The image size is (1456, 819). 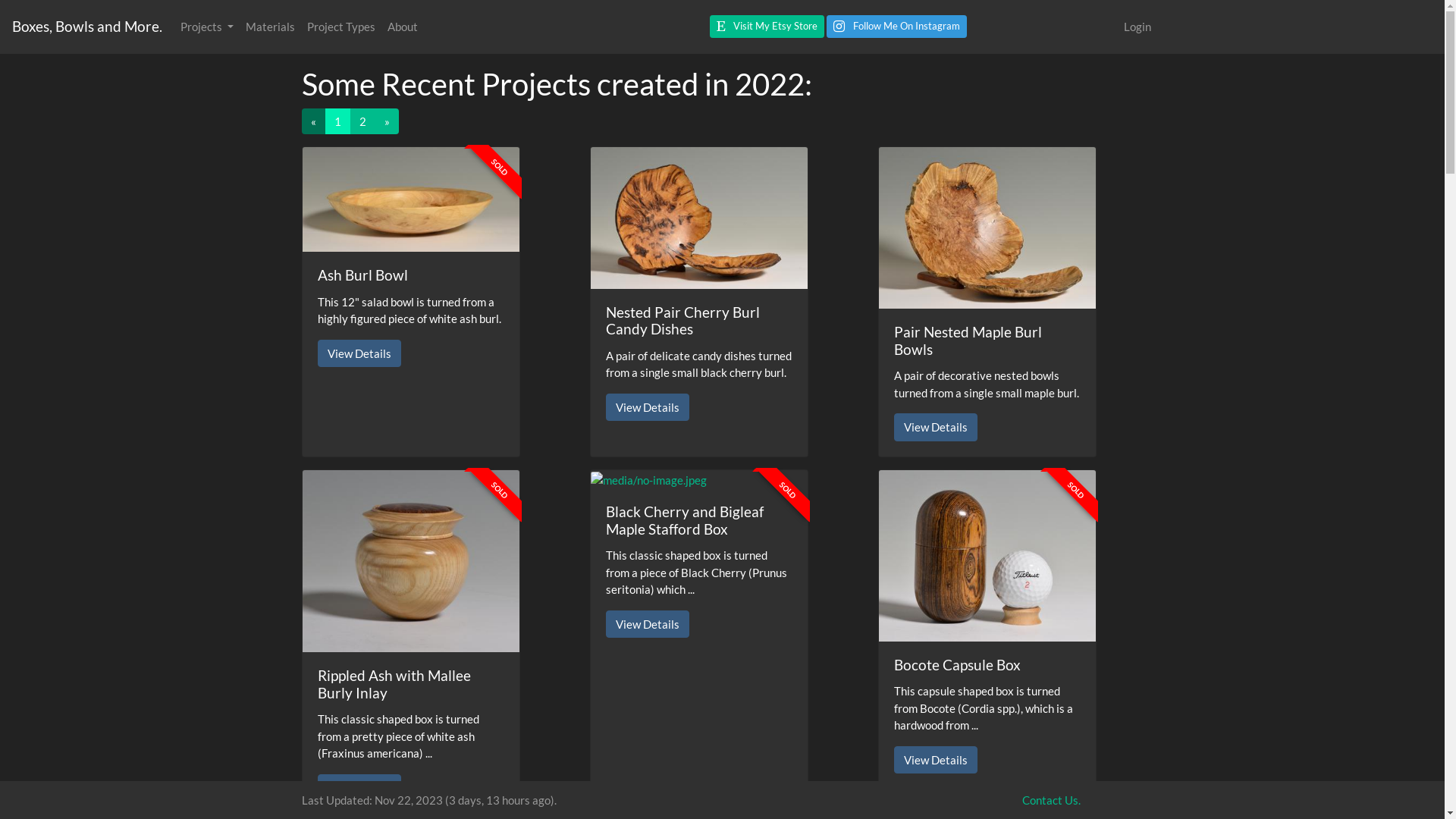 I want to click on 'Visit My Etsy Store', so click(x=767, y=26).